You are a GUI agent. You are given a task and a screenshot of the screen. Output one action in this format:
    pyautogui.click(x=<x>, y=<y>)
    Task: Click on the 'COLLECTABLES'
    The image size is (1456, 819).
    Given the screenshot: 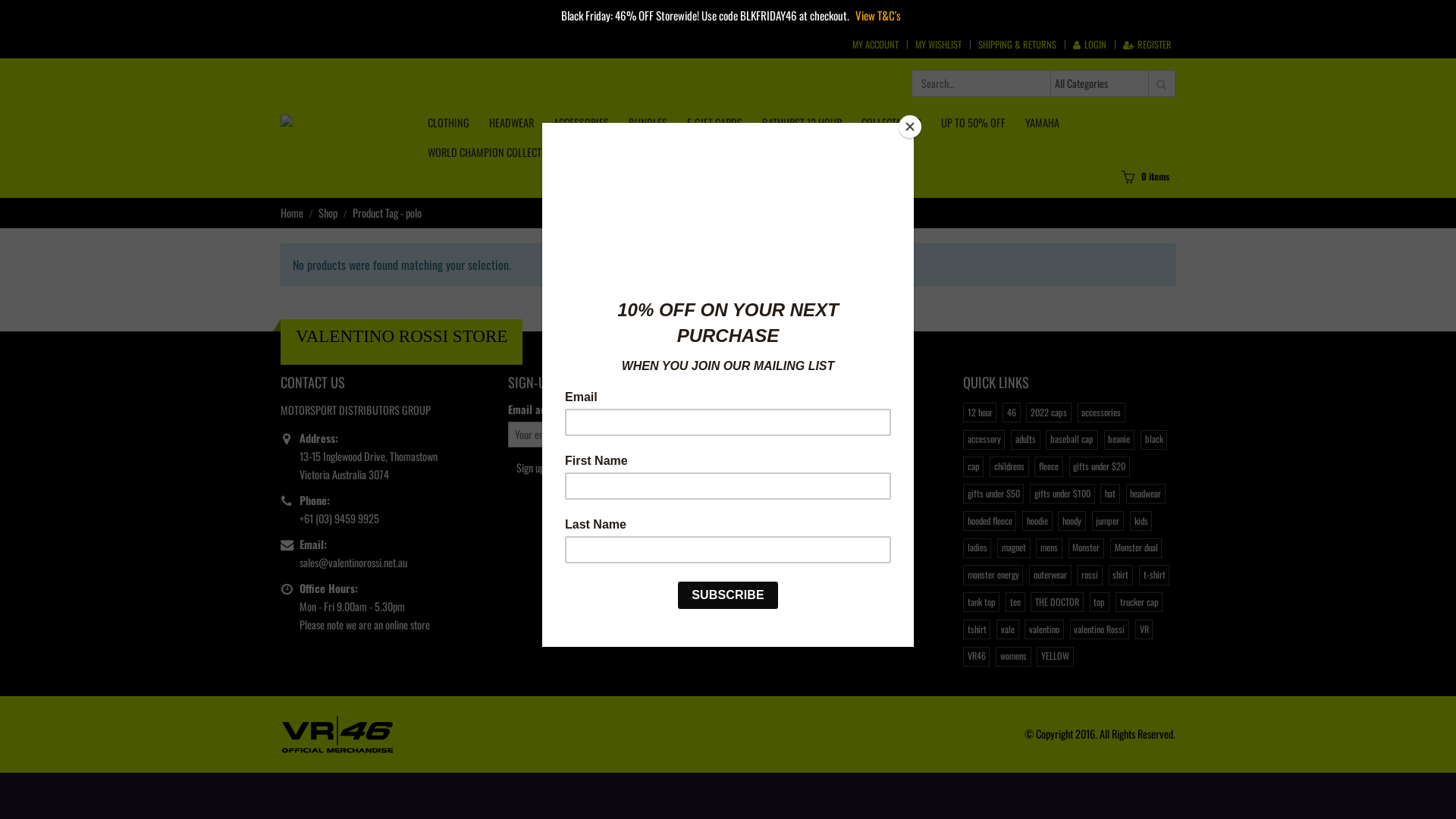 What is the action you would take?
    pyautogui.click(x=891, y=121)
    